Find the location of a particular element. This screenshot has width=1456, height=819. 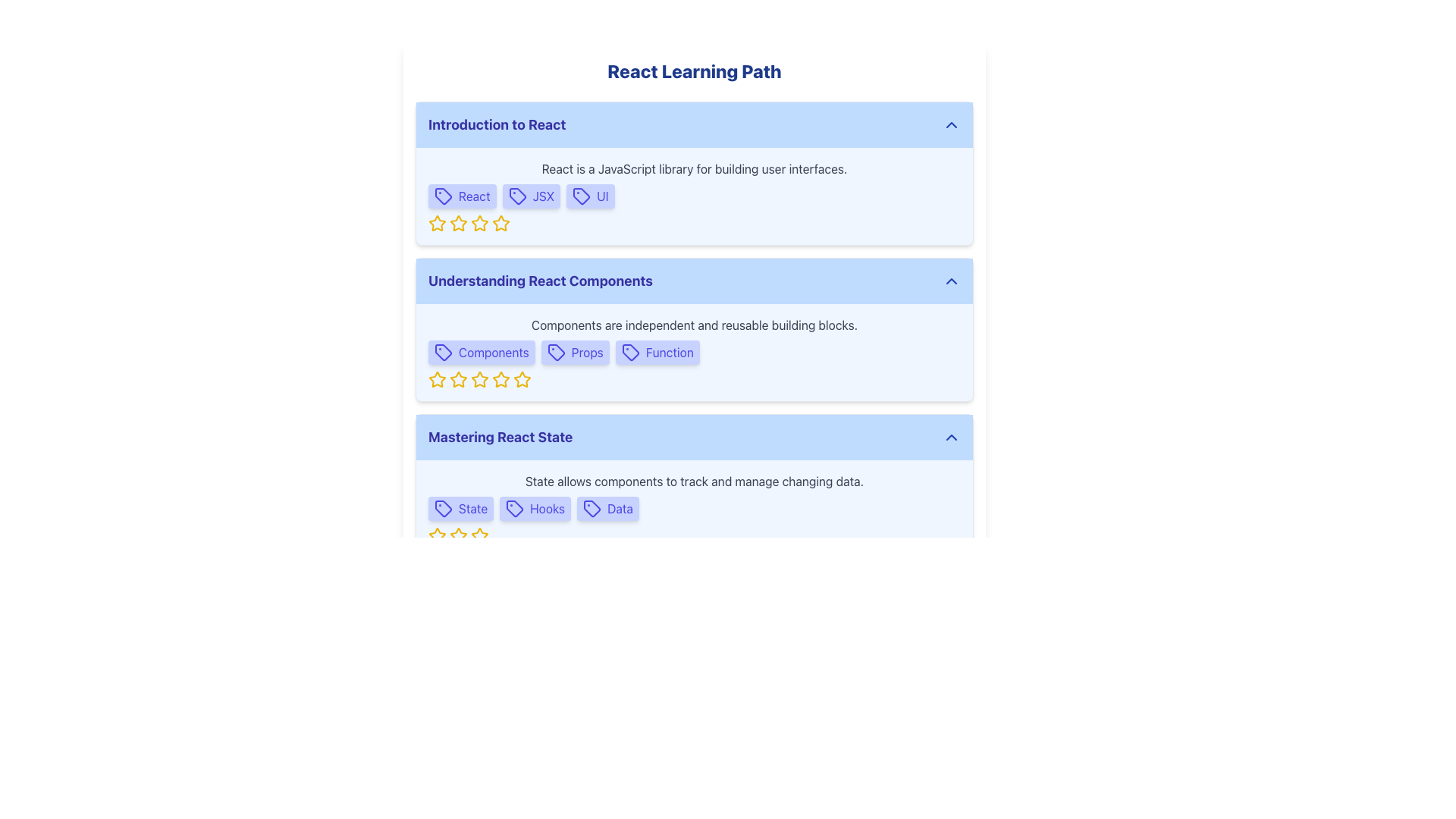

the tag icon, which is hexagonal in shape with a blue color and a circular dot near its center, located in the 'Understanding React Components' section next to the 'Components' label is located at coordinates (443, 353).